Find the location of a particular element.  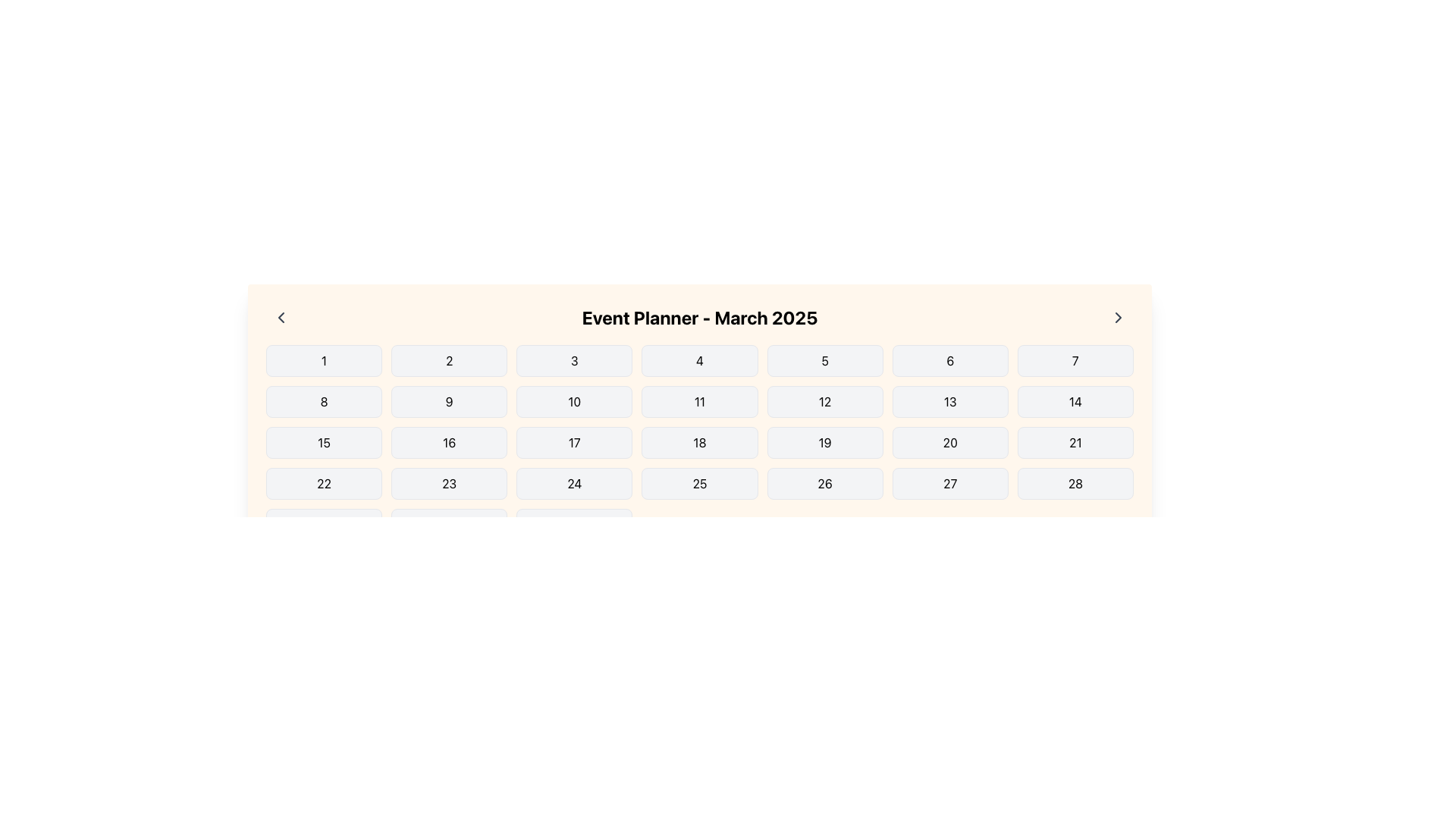

the static text element displaying the number '22' in the fourth row and fourth column of the calendar grid is located at coordinates (323, 483).